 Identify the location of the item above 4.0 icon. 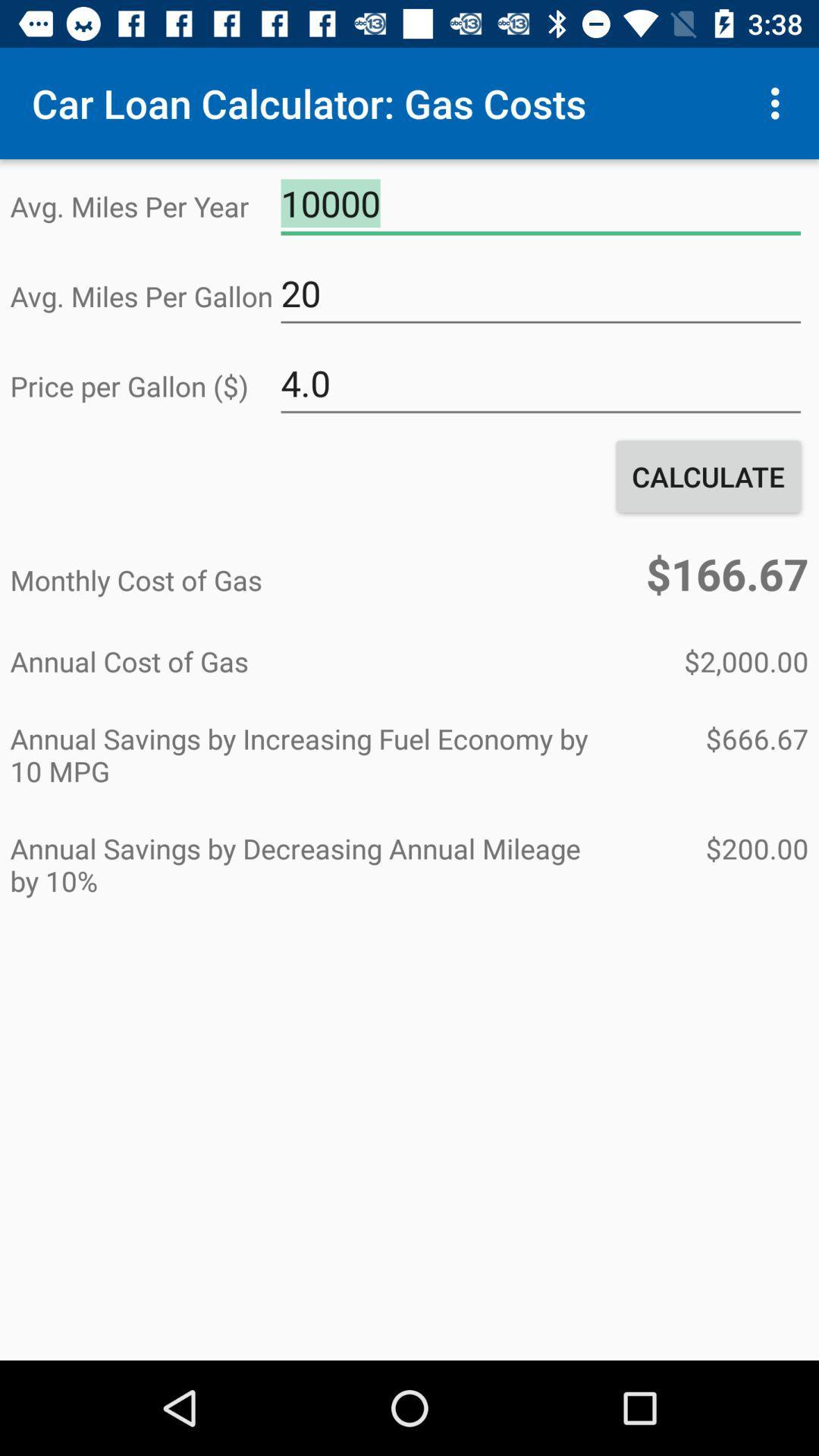
(540, 293).